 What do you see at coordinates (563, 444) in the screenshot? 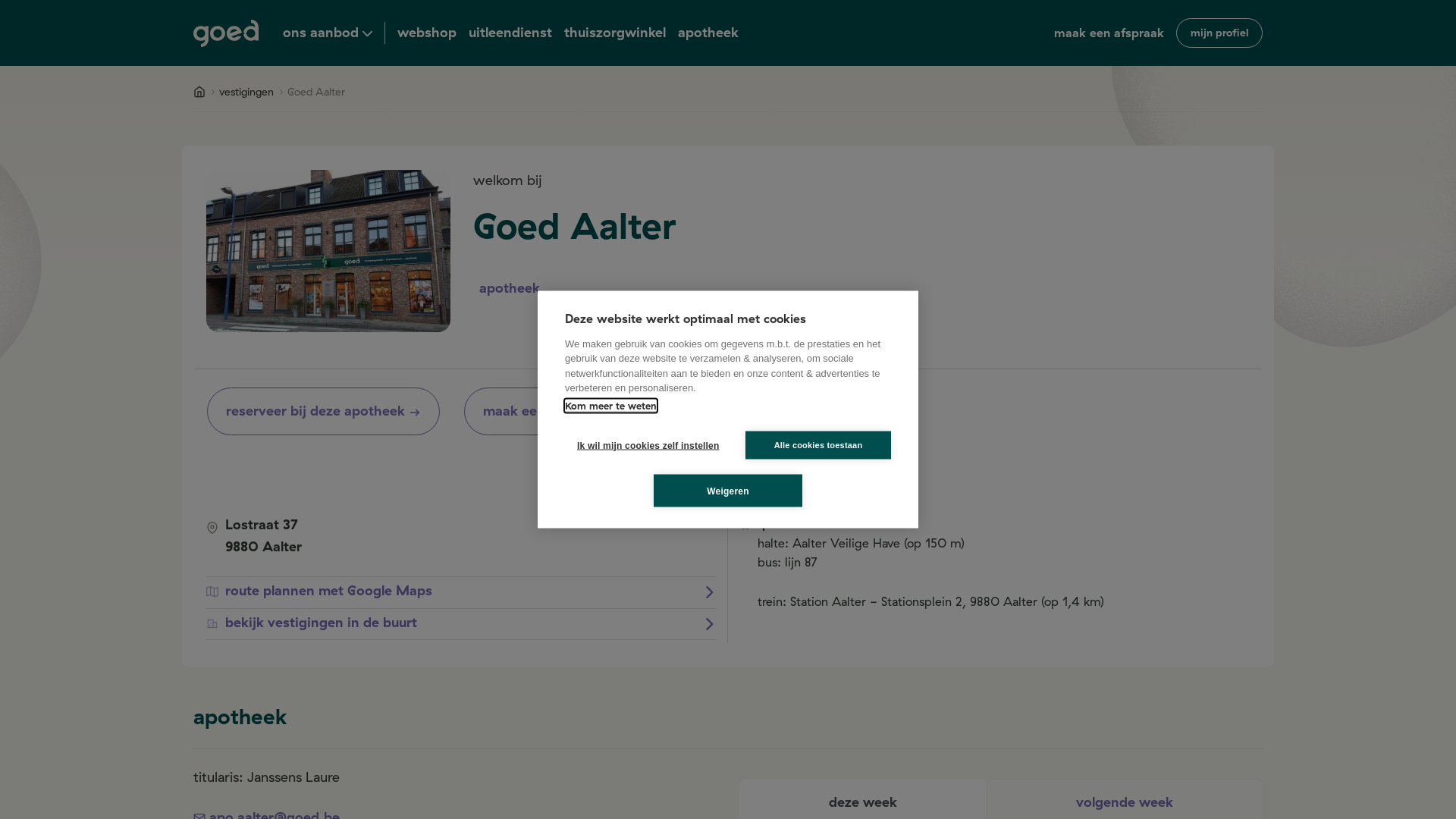
I see `'Ik wil mijn cookies zelf instellen'` at bounding box center [563, 444].